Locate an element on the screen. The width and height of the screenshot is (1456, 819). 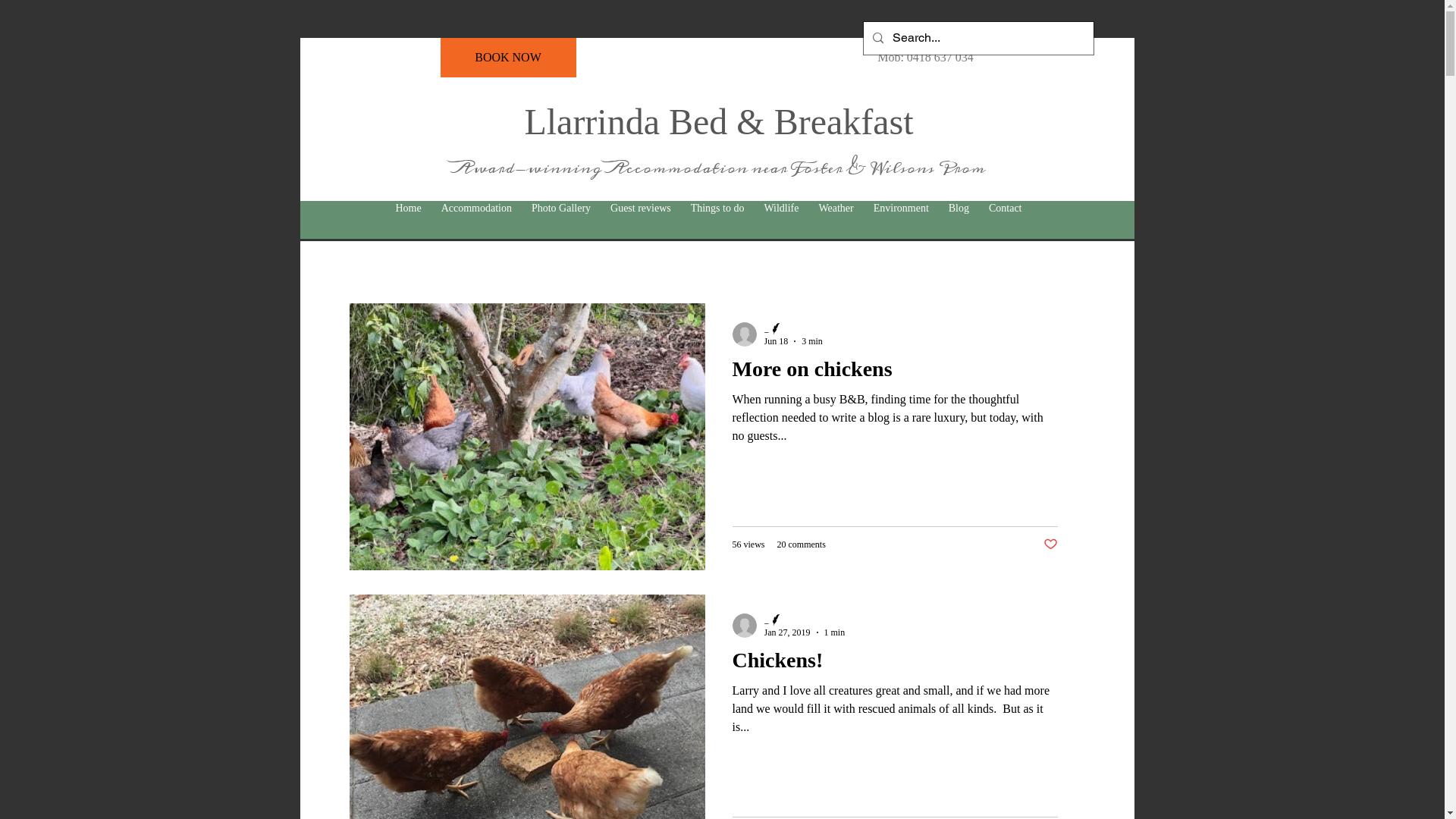
'Guest reviews' is located at coordinates (640, 208).